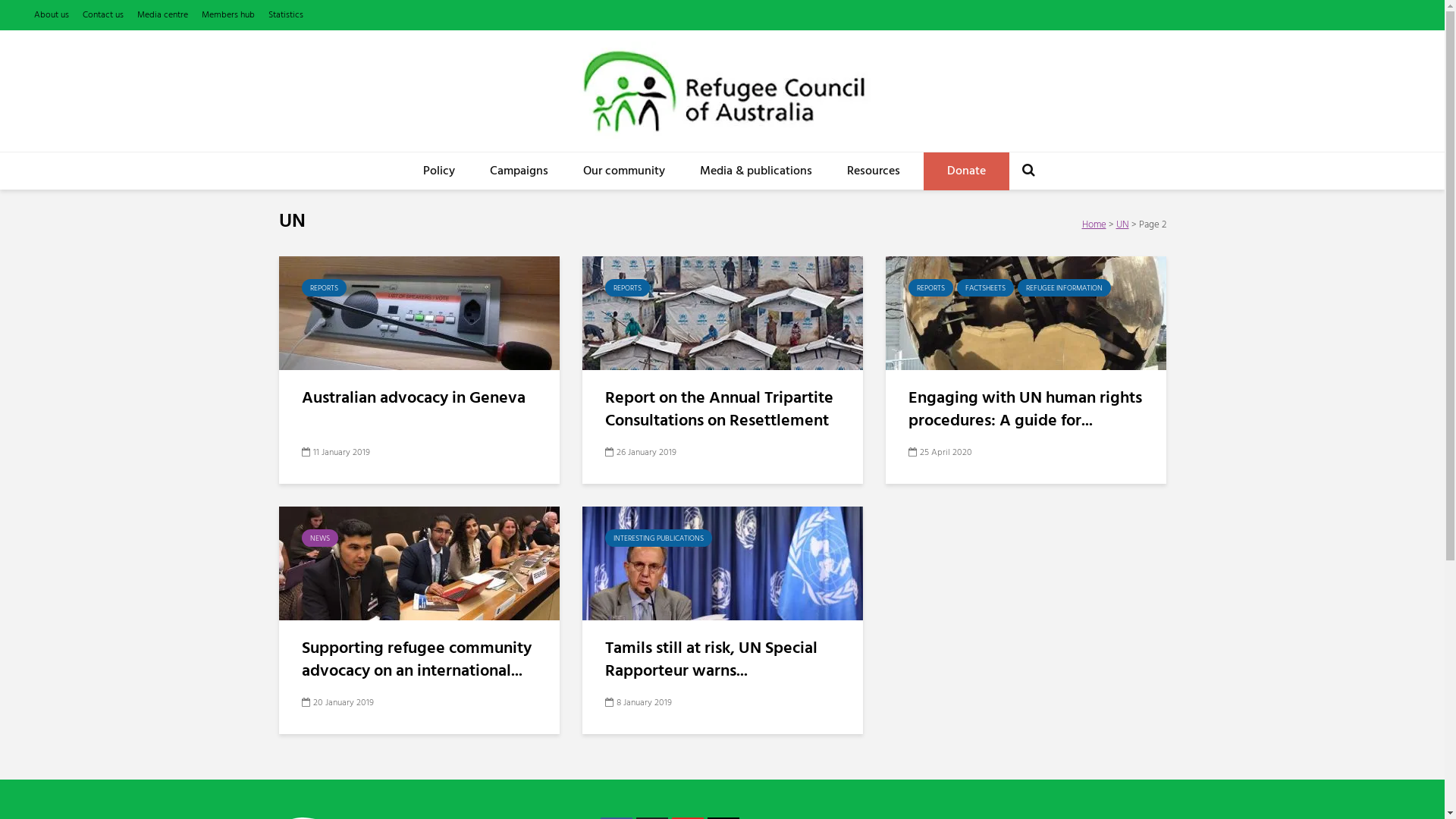 The image size is (1456, 819). I want to click on 'Media centre', so click(162, 14).